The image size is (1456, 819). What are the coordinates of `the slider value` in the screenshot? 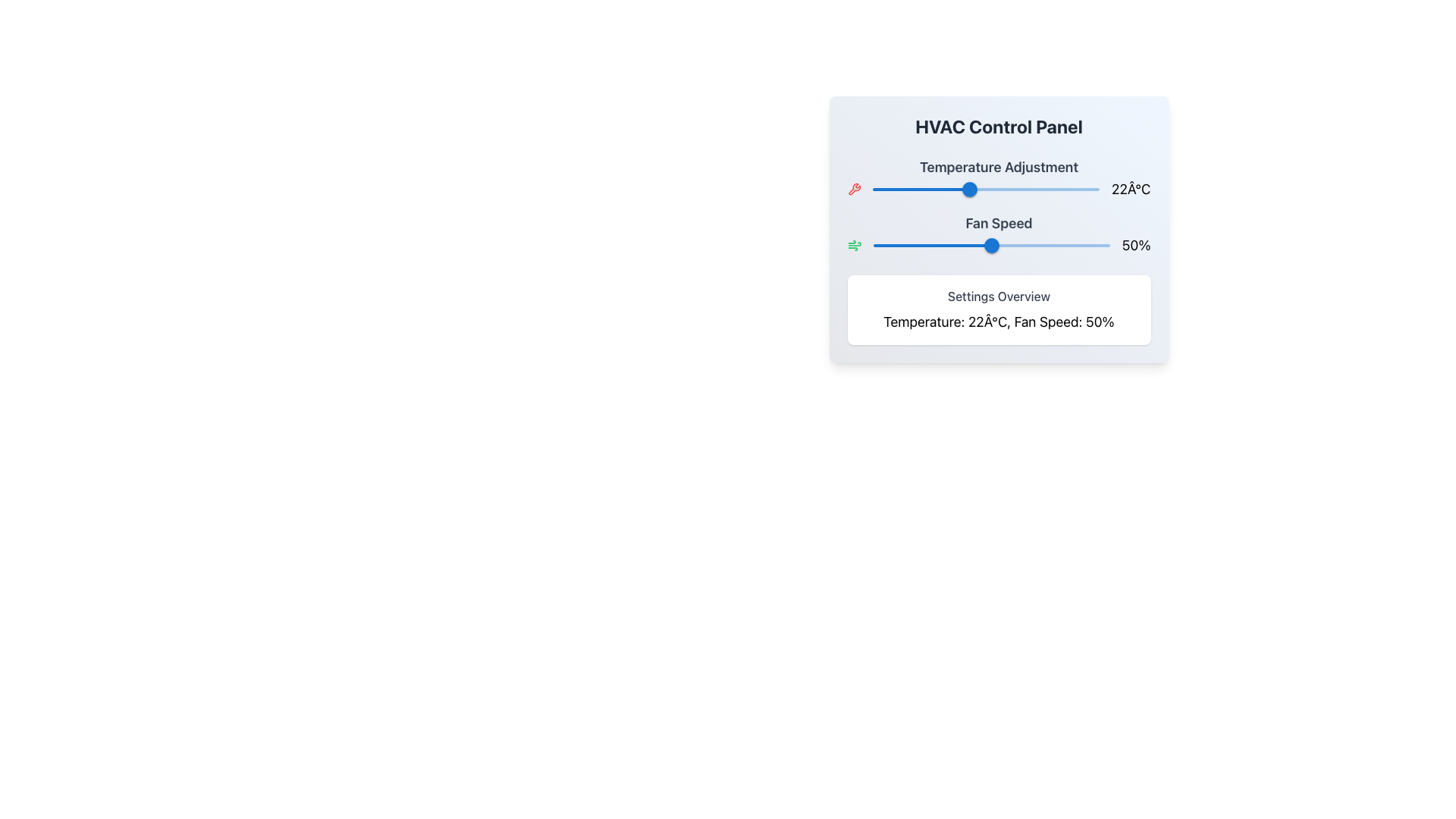 It's located at (909, 245).